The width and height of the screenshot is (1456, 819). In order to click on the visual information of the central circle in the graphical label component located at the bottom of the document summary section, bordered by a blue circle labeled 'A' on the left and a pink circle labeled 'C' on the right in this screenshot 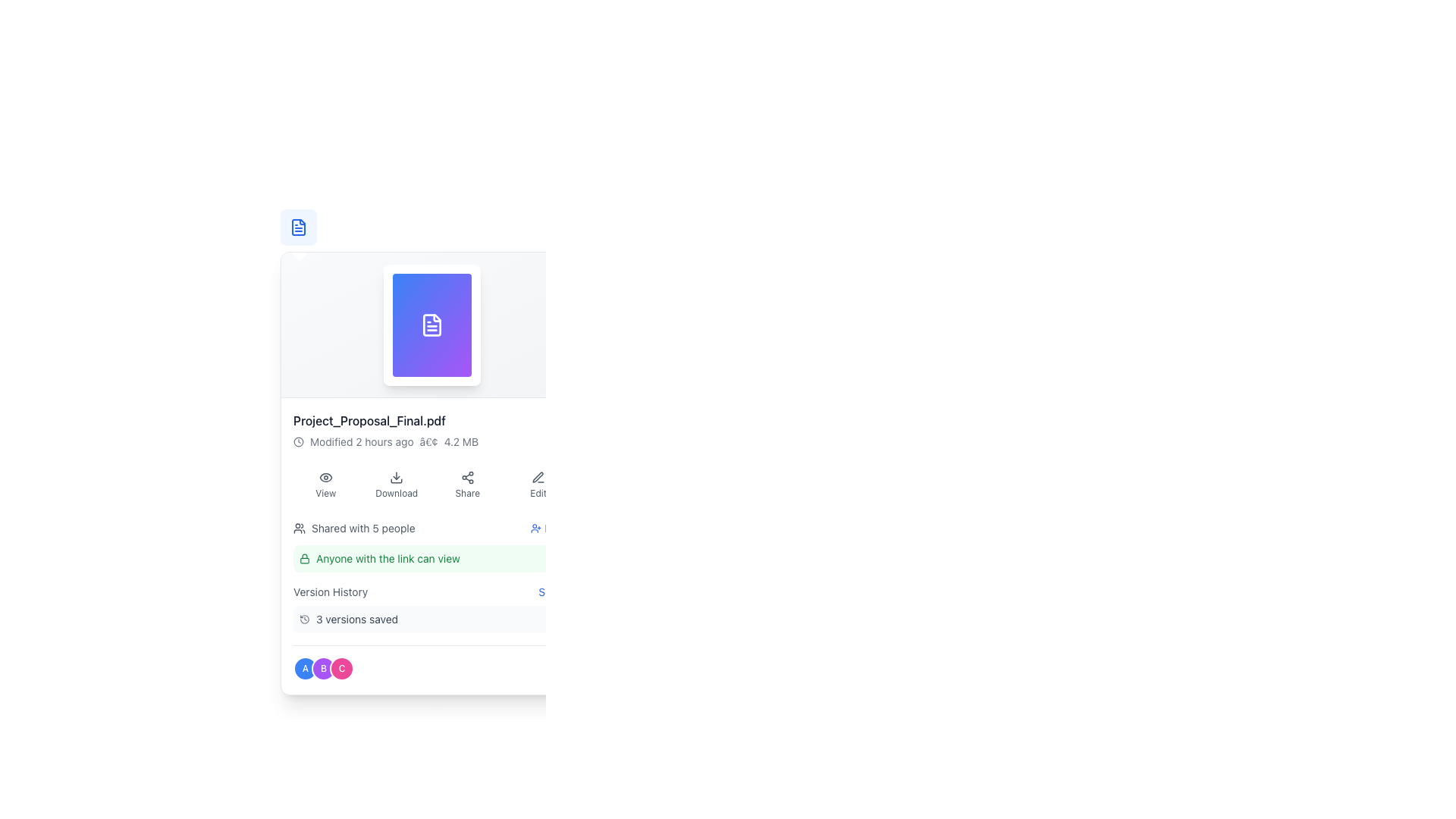, I will do `click(323, 668)`.